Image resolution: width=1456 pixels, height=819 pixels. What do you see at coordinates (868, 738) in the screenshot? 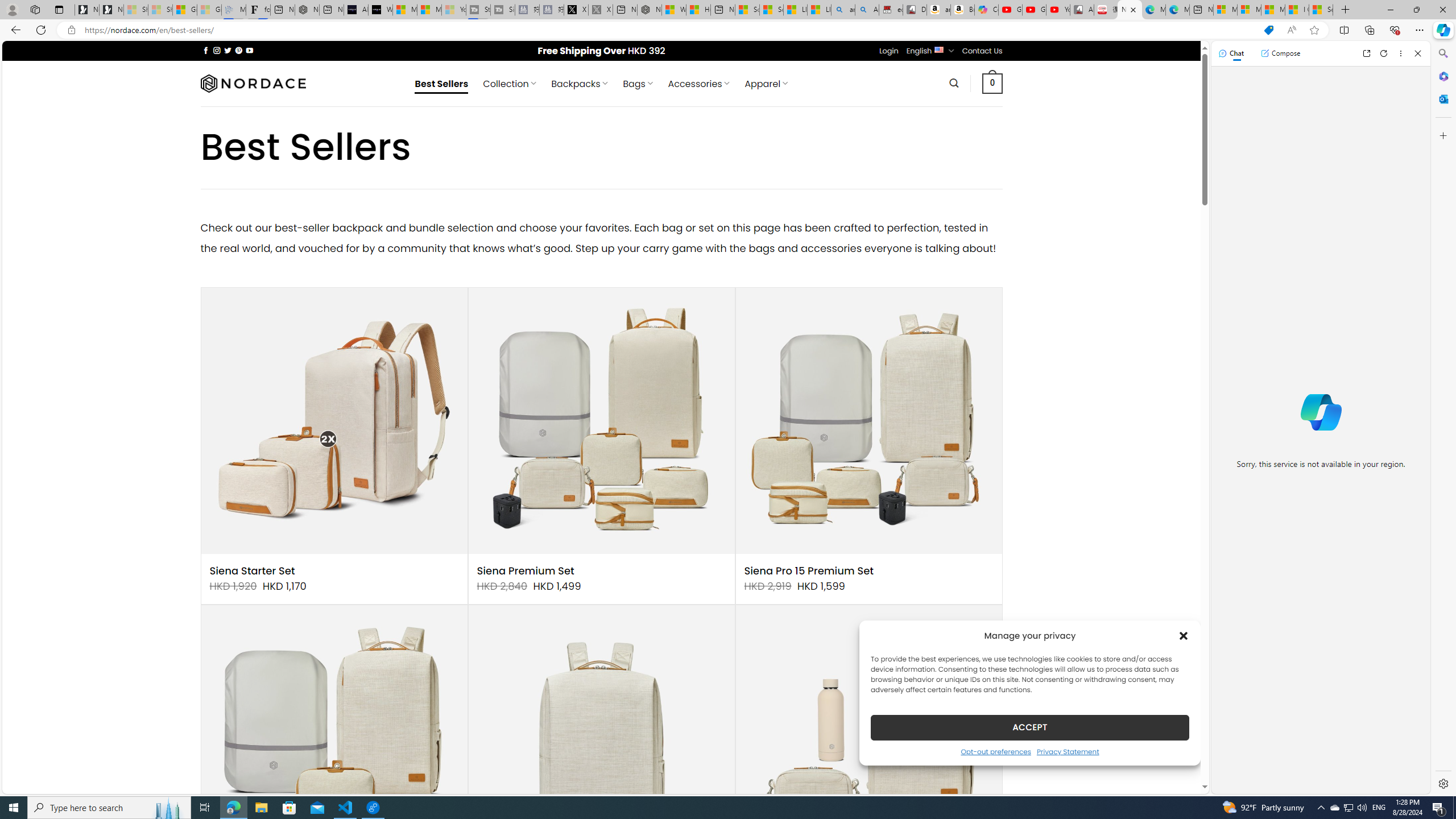
I see `'Siena Pro Daily Commute Set'` at bounding box center [868, 738].